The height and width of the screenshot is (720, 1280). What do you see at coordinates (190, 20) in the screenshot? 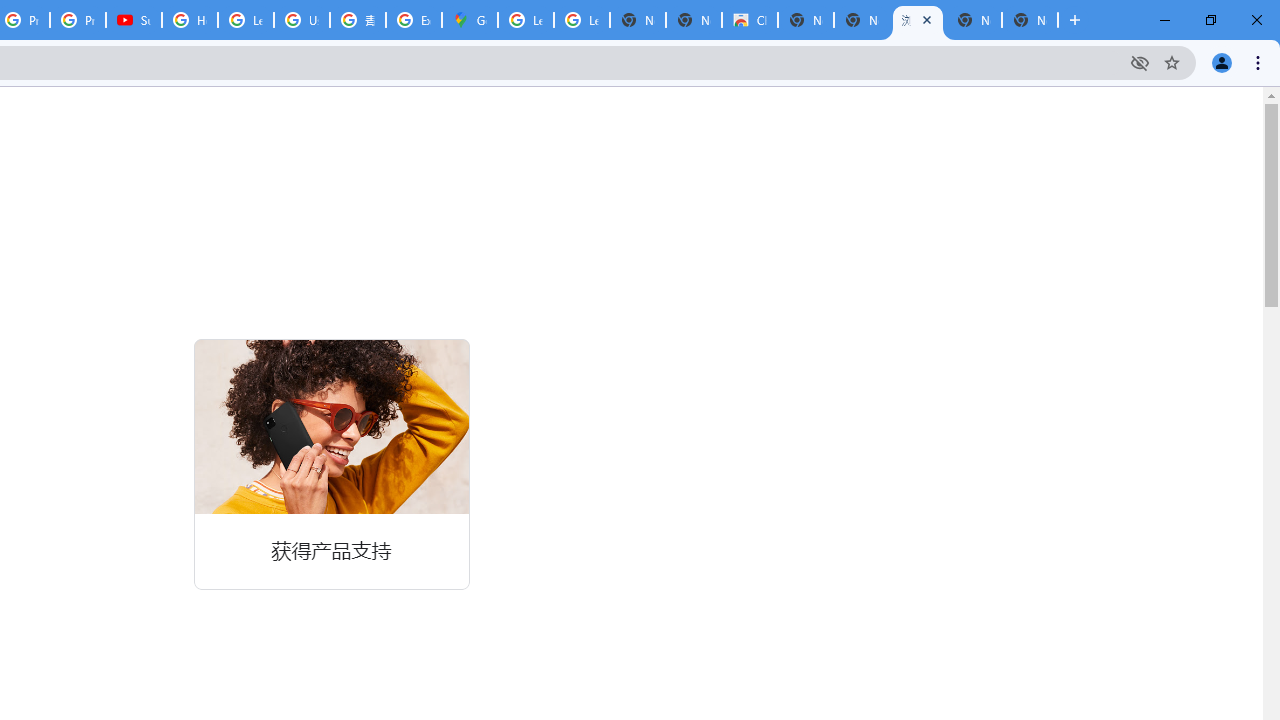
I see `'How Chrome protects your passwords - Google Chrome Help'` at bounding box center [190, 20].